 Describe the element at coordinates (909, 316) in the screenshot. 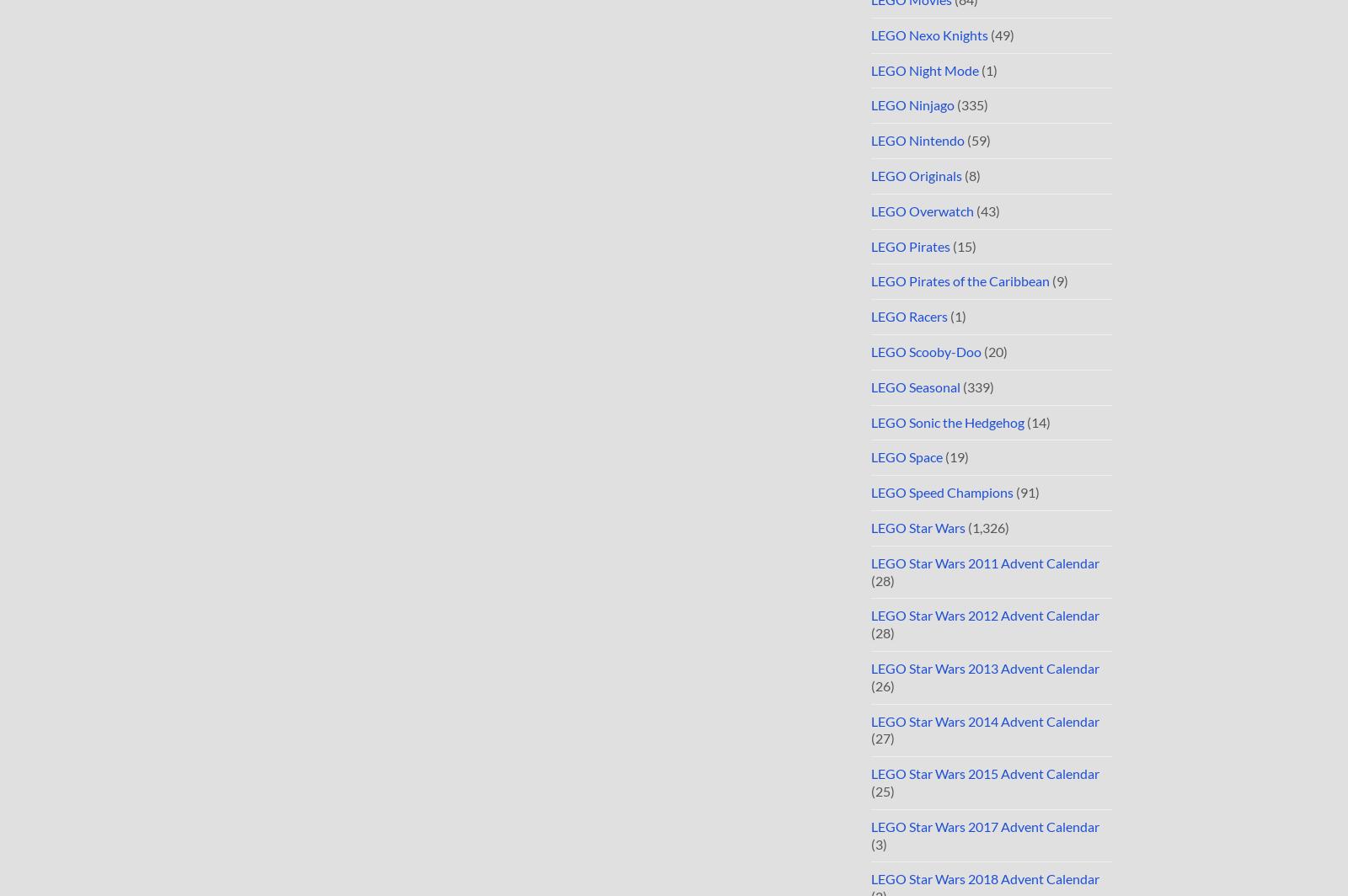

I see `'LEGO Racers'` at that location.